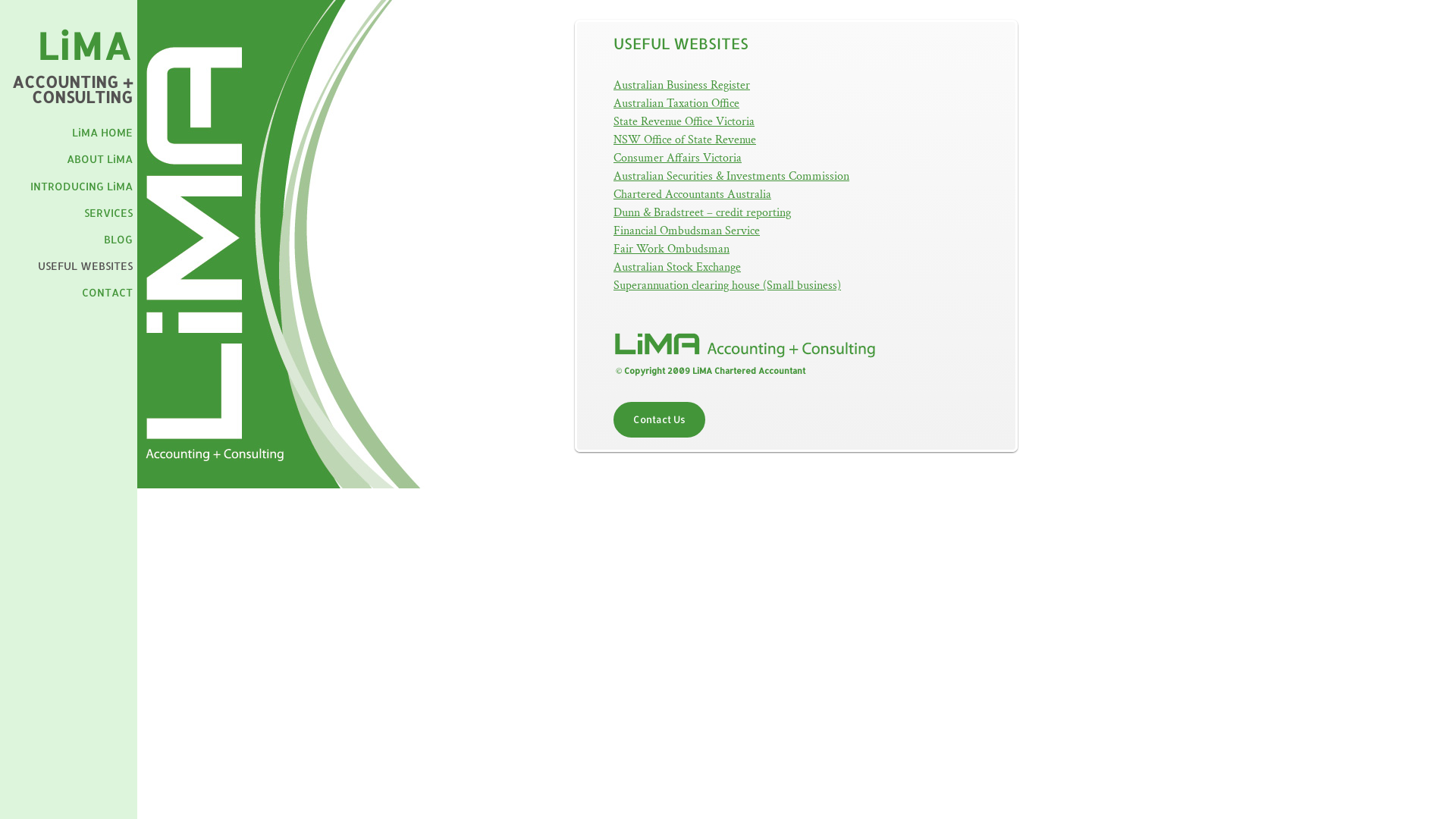  I want to click on 'Australian Taxation Office', so click(676, 102).